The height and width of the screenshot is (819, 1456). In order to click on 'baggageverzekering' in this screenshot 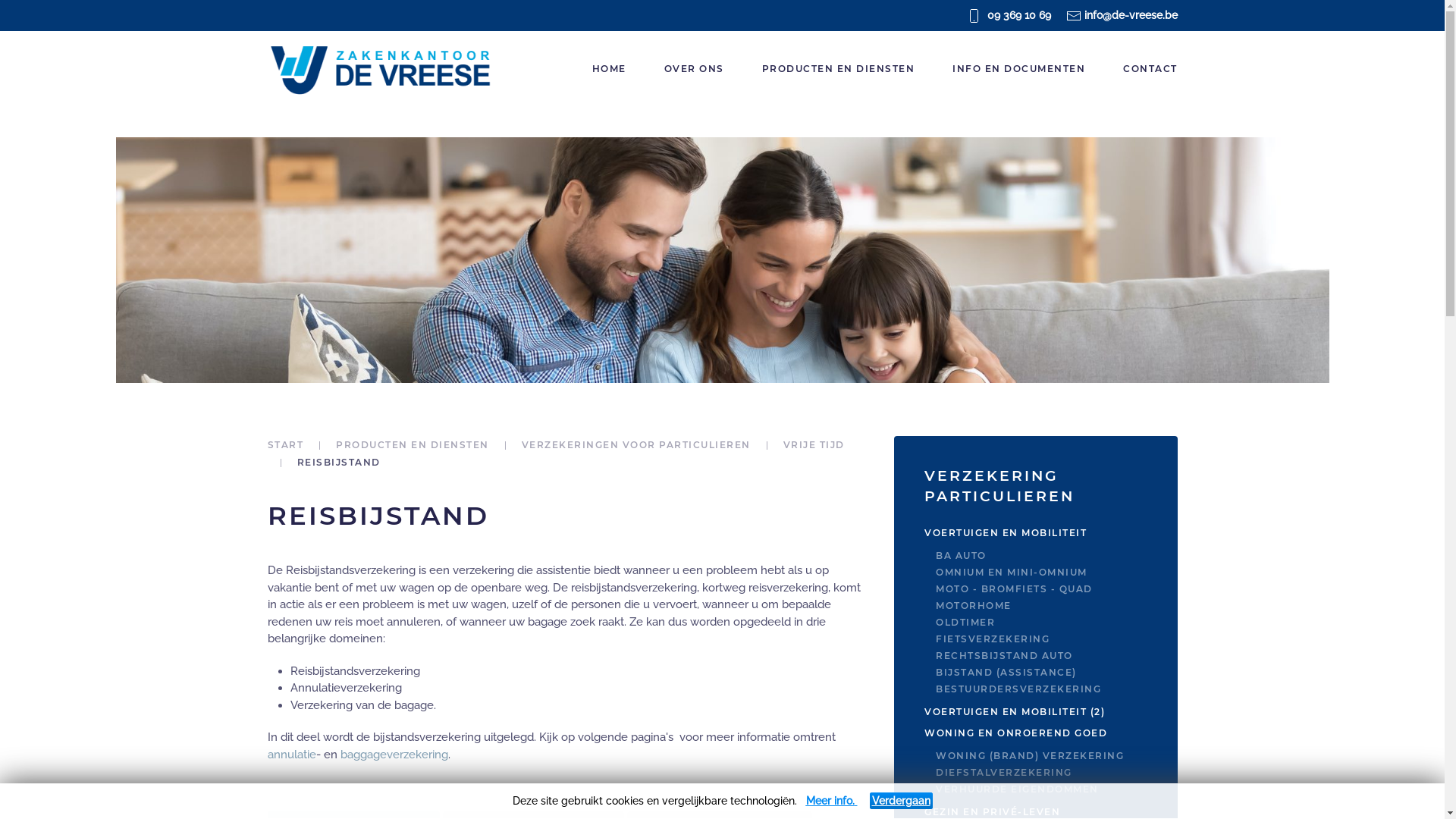, I will do `click(393, 755)`.